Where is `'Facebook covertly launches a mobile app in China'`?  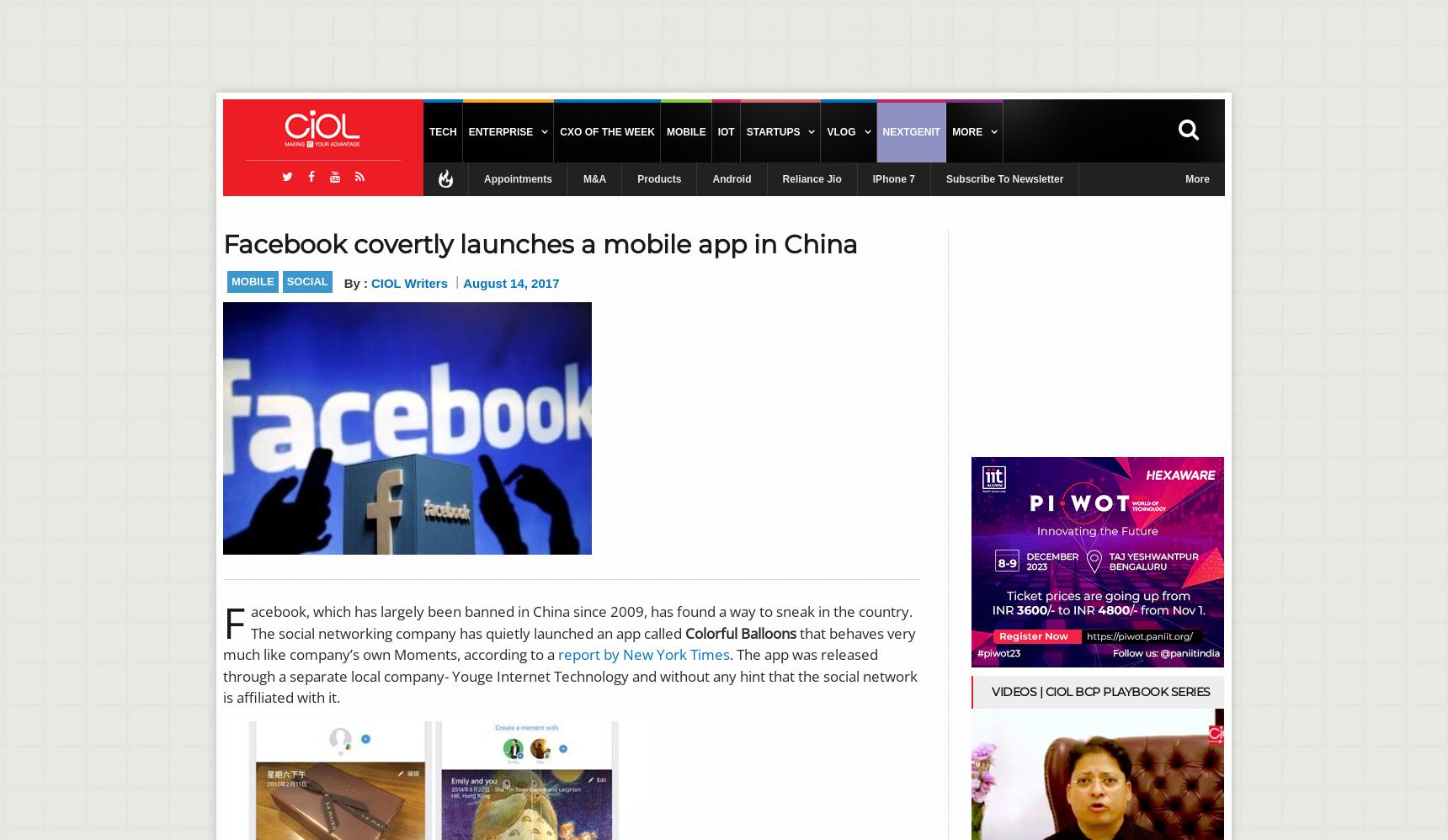
'Facebook covertly launches a mobile app in China' is located at coordinates (540, 243).